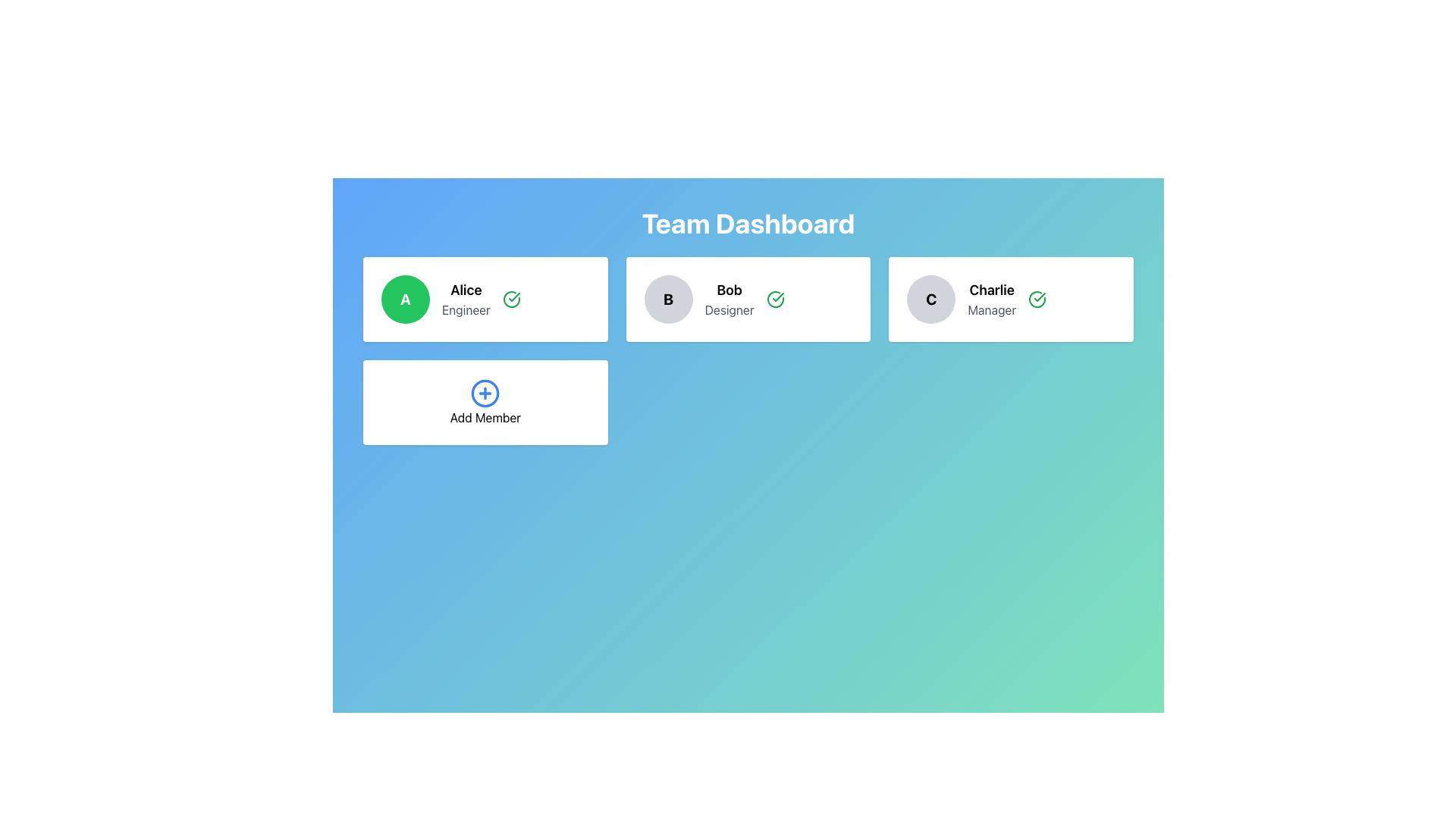 The image size is (1456, 819). Describe the element at coordinates (729, 290) in the screenshot. I see `assistive tools` at that location.